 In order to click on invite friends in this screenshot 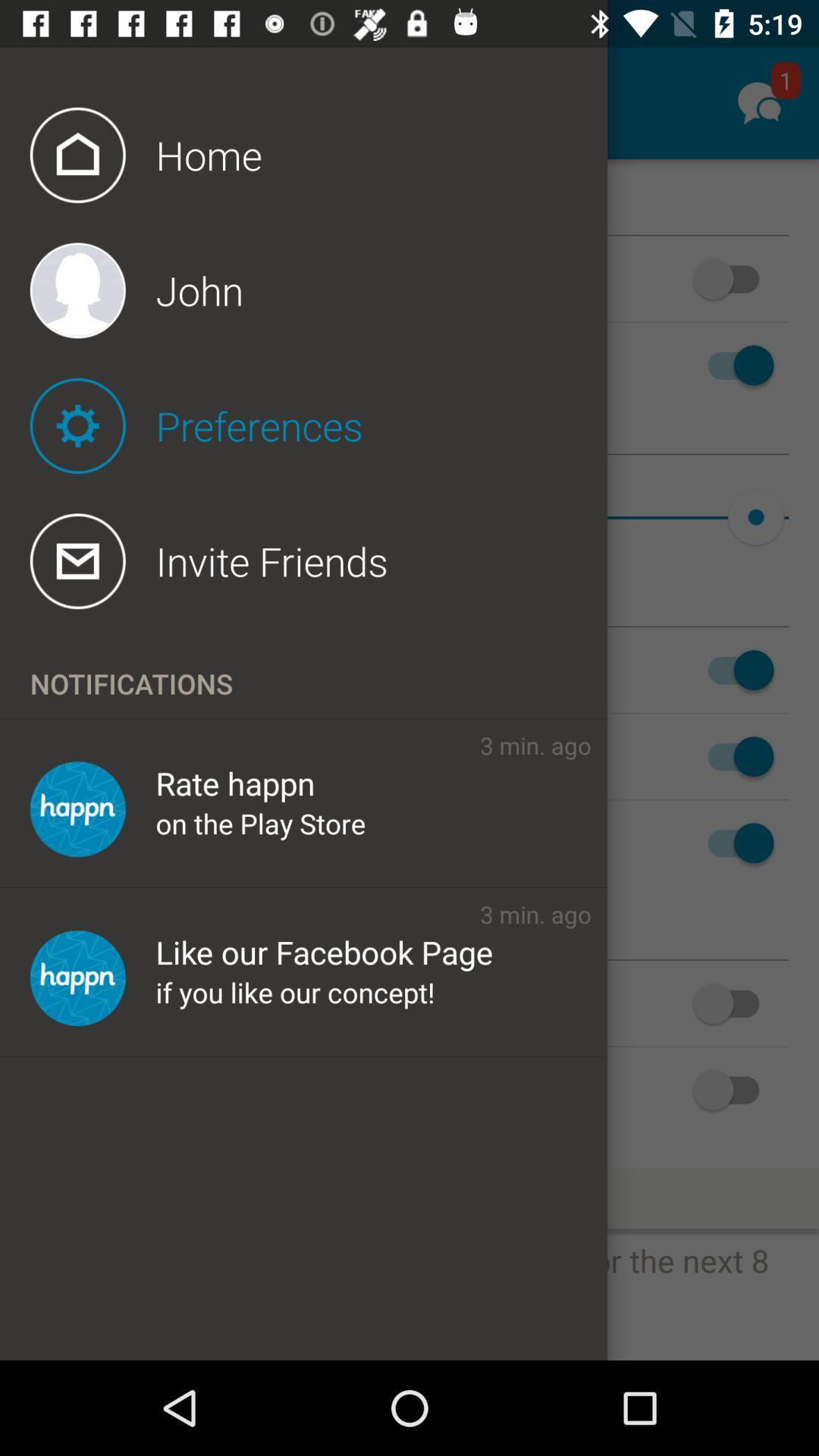, I will do `click(318, 560)`.